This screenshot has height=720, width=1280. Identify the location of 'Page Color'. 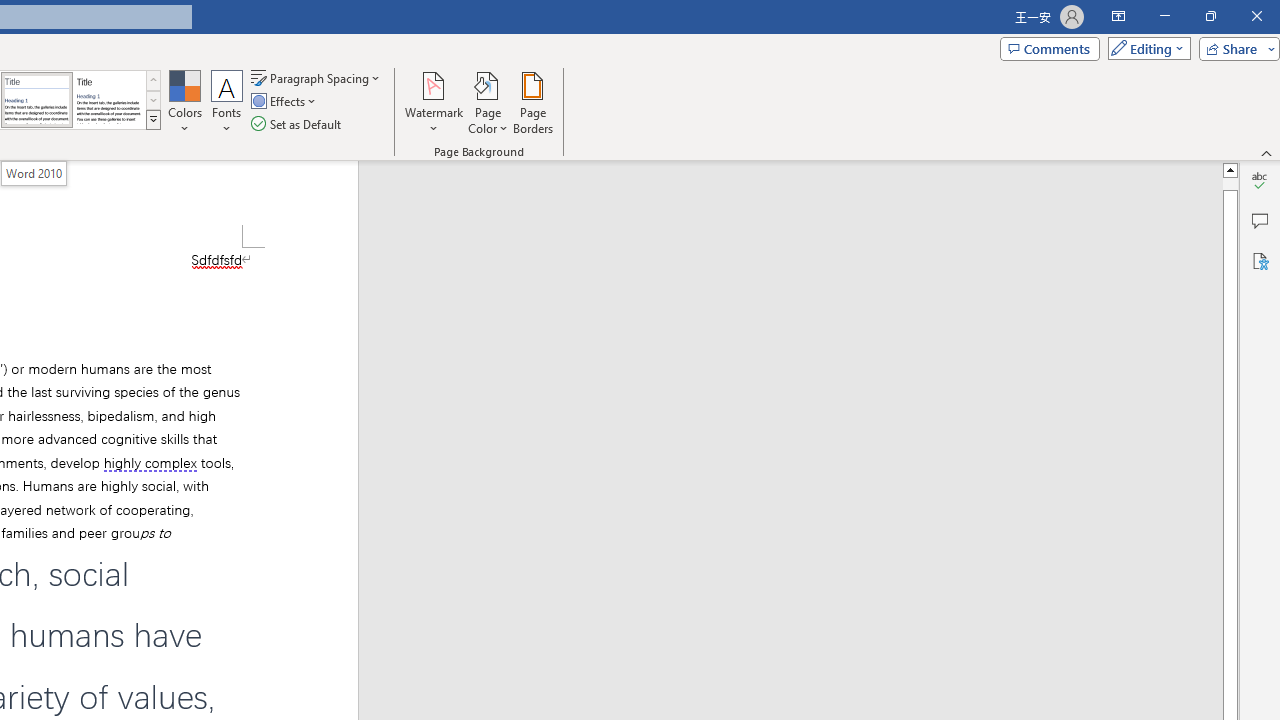
(488, 103).